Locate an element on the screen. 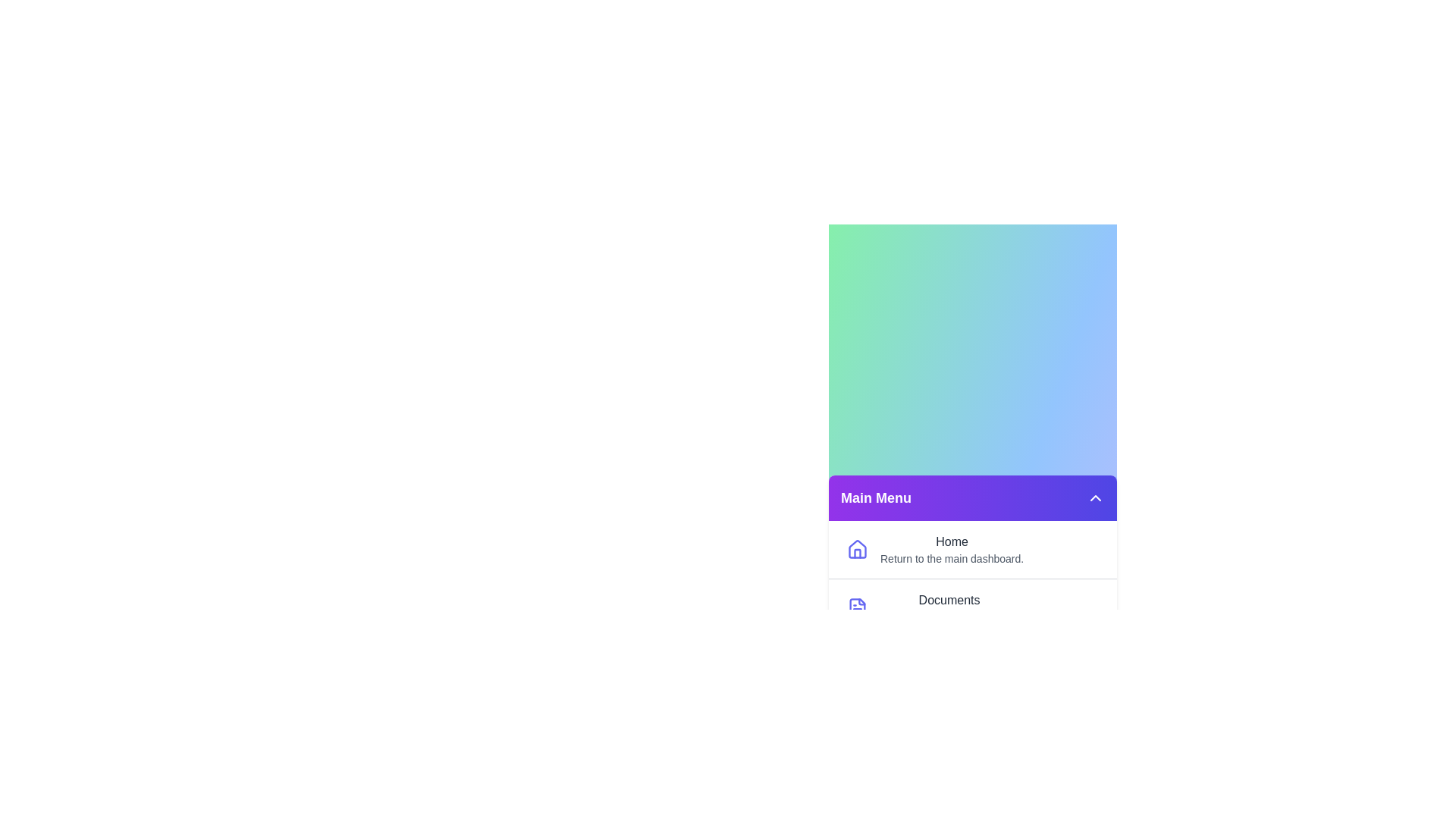 The width and height of the screenshot is (1456, 819). the label Main Menu from the menu is located at coordinates (876, 497).